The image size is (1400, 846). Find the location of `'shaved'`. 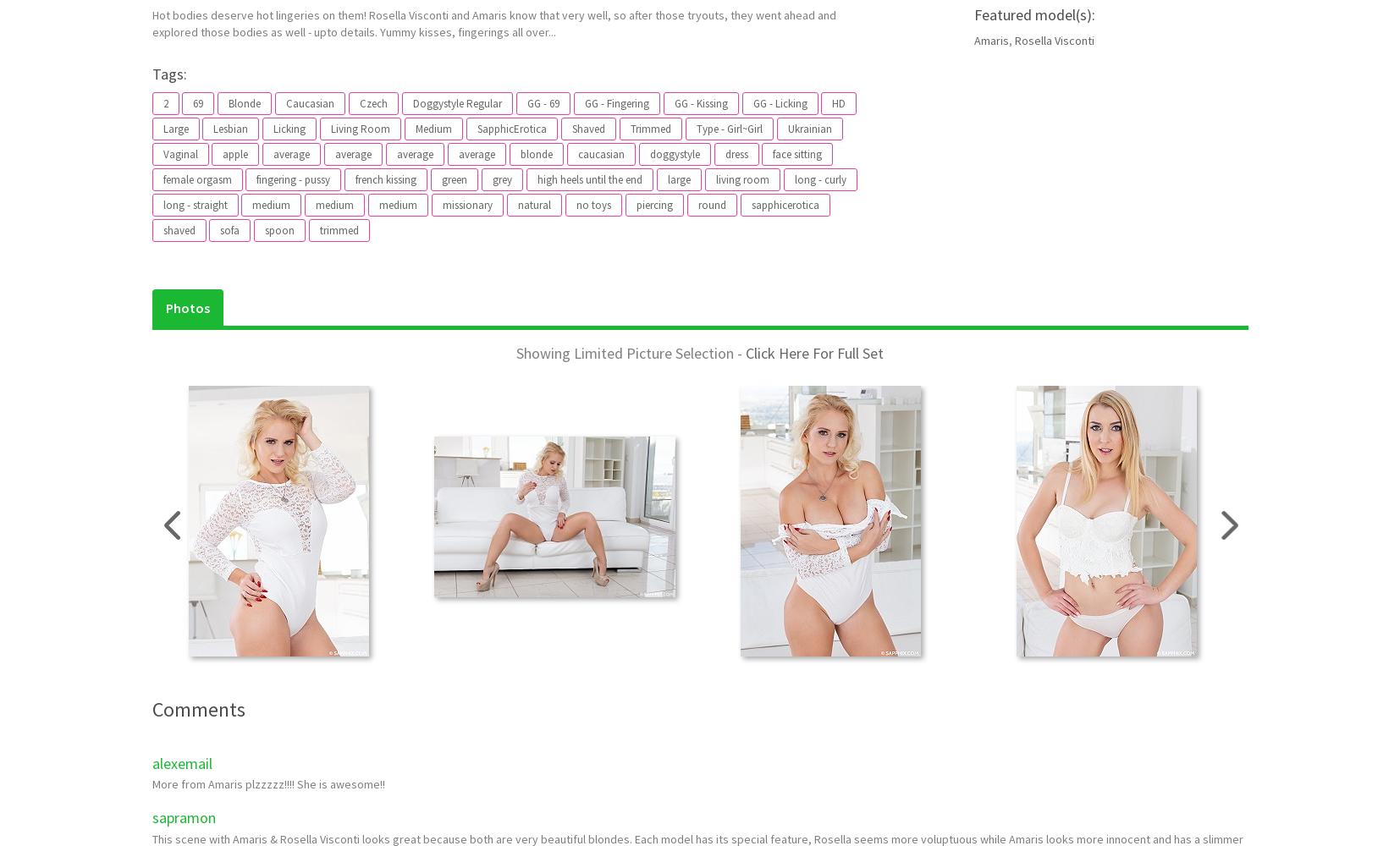

'shaved' is located at coordinates (162, 229).